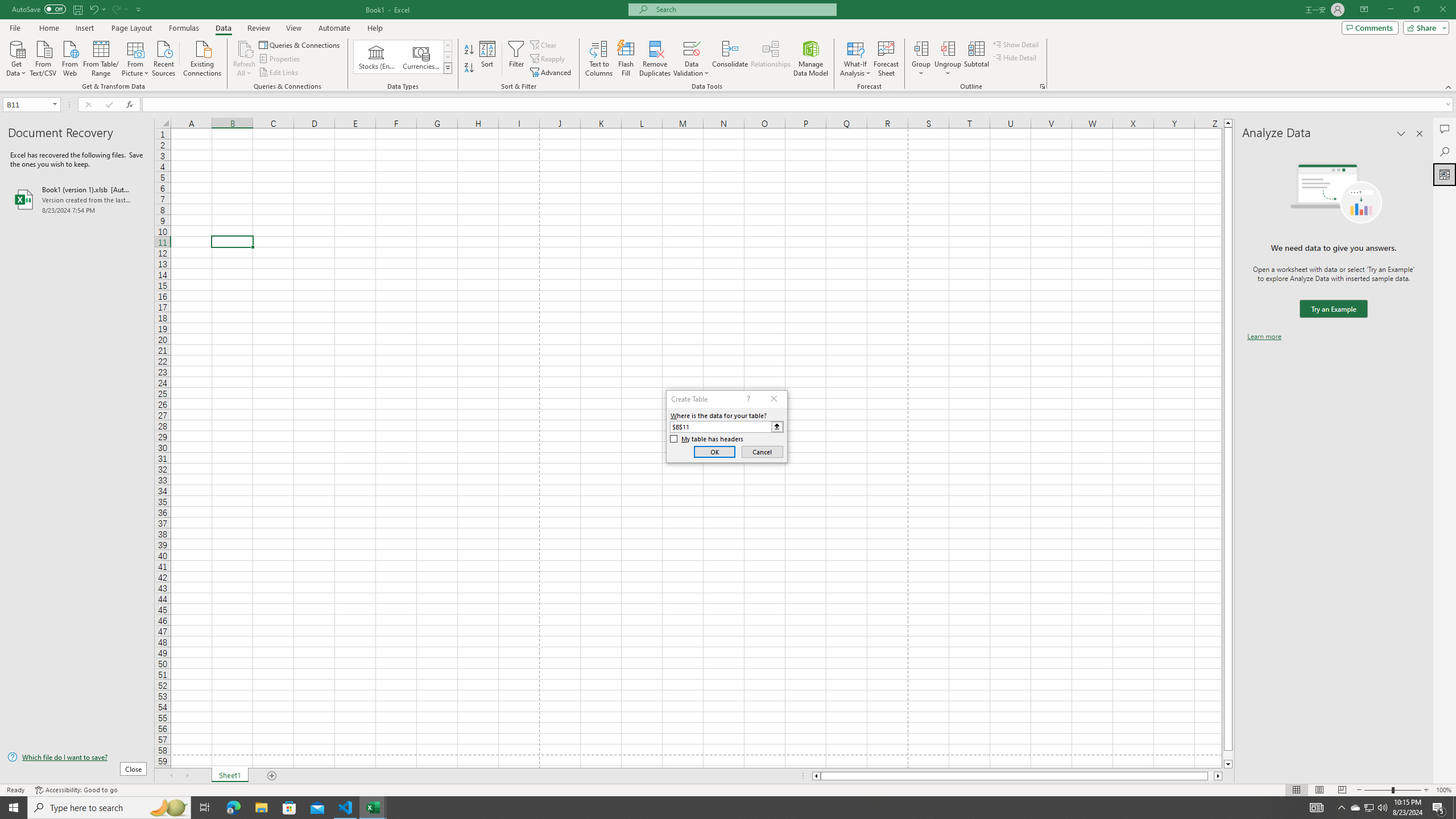 The width and height of the screenshot is (1456, 819). Describe the element at coordinates (626, 59) in the screenshot. I see `'Flash Fill'` at that location.